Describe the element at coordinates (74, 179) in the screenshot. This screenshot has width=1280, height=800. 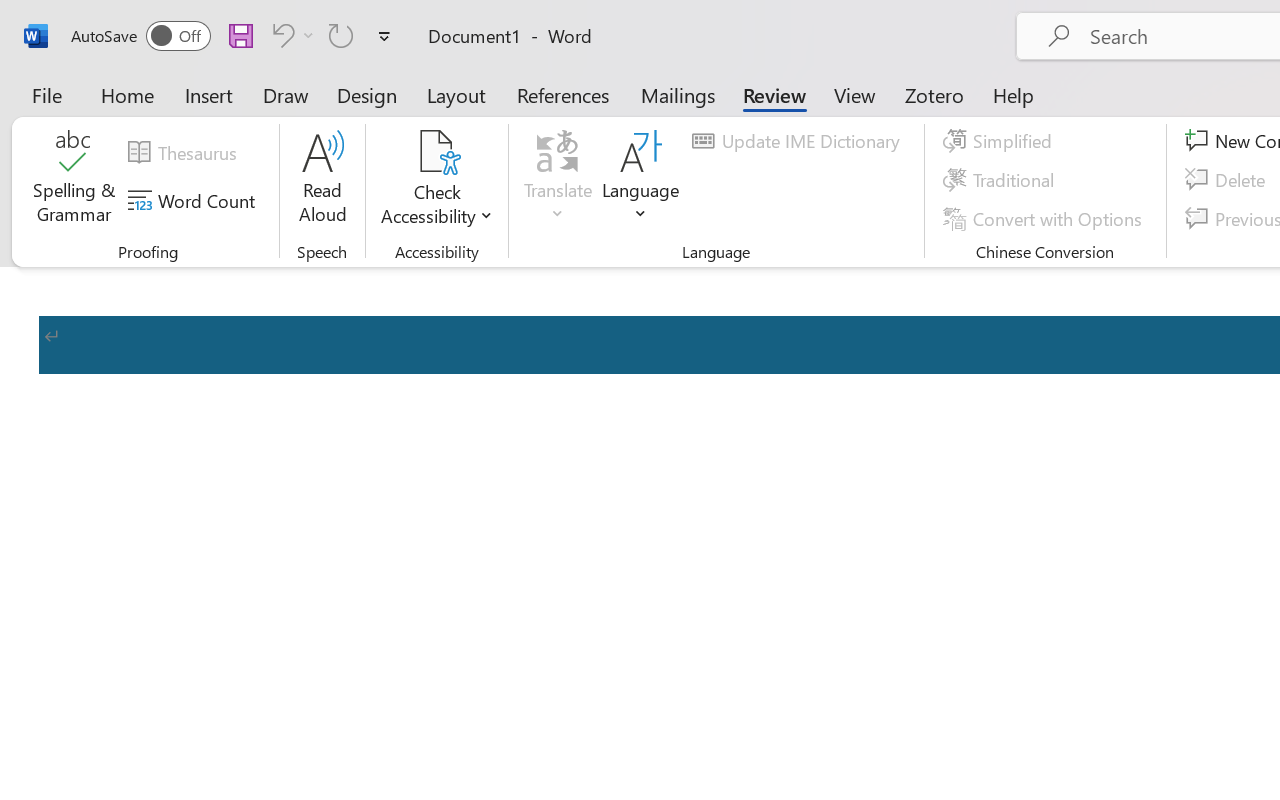
I see `'Spelling & Grammar'` at that location.